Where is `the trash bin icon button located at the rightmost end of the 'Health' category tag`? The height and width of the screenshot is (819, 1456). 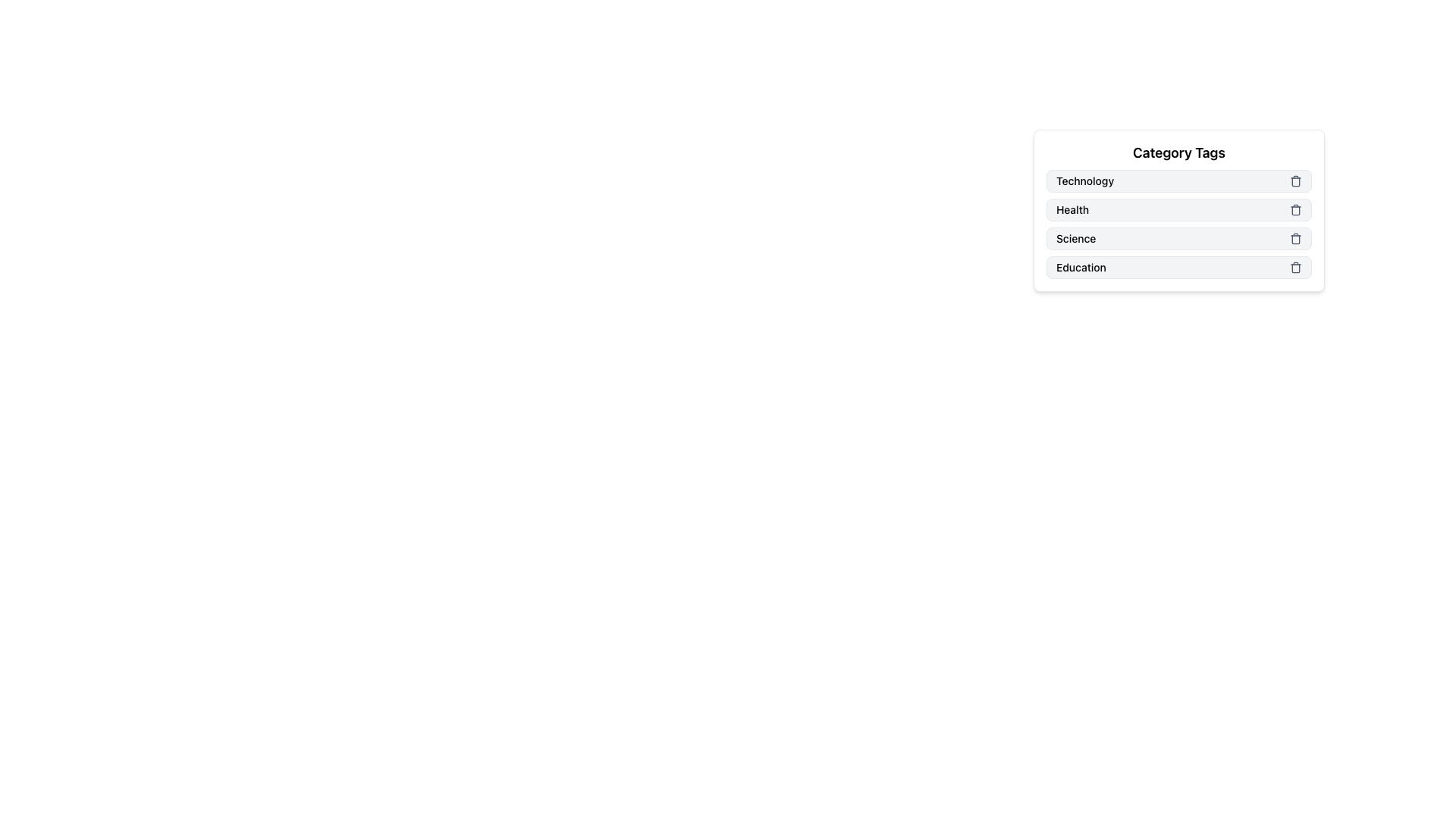 the trash bin icon button located at the rightmost end of the 'Health' category tag is located at coordinates (1294, 210).